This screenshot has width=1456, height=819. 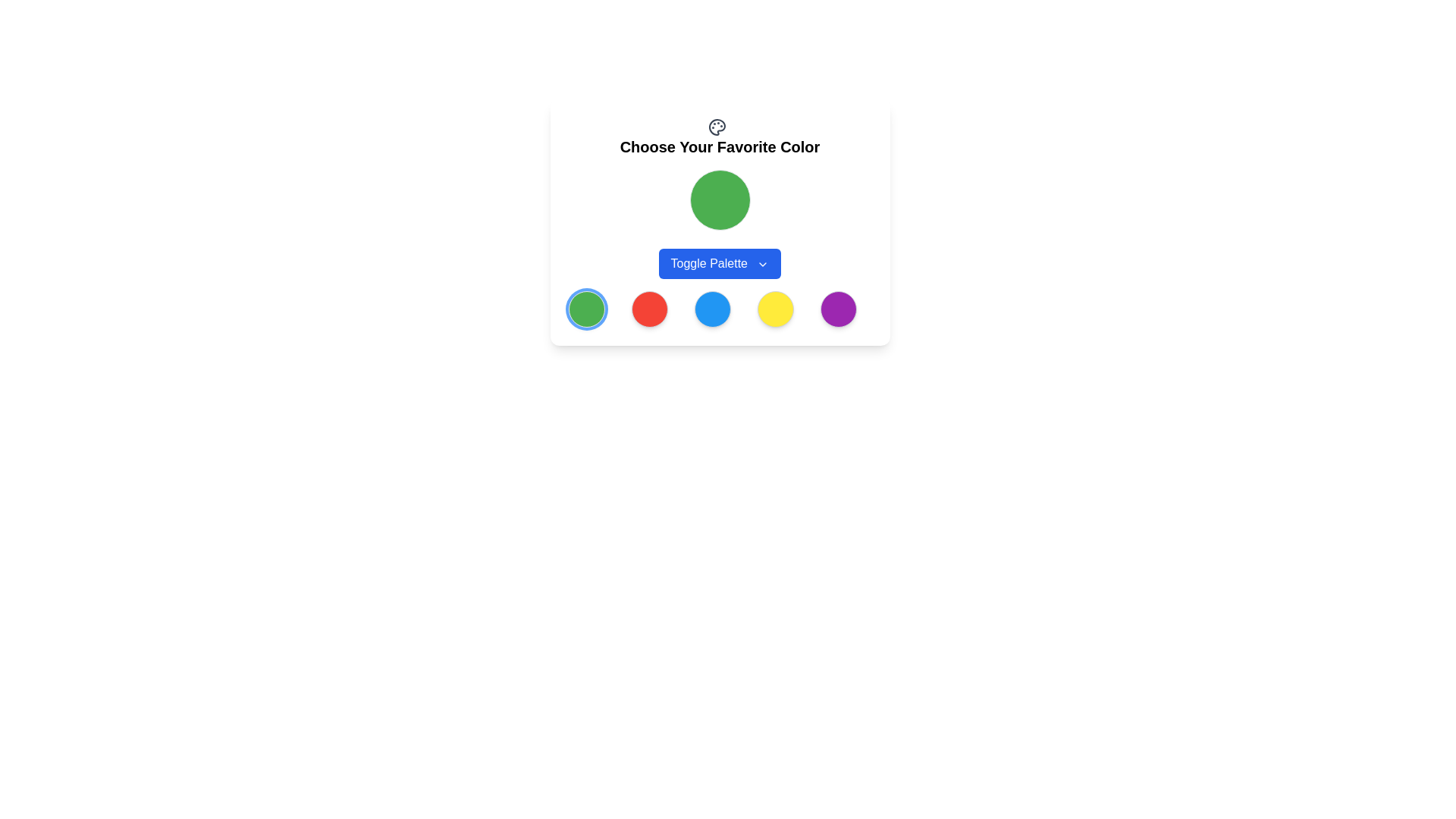 What do you see at coordinates (719, 262) in the screenshot?
I see `the button that activates or deactivates the color palette, located below a green circular element and above a row of colors` at bounding box center [719, 262].